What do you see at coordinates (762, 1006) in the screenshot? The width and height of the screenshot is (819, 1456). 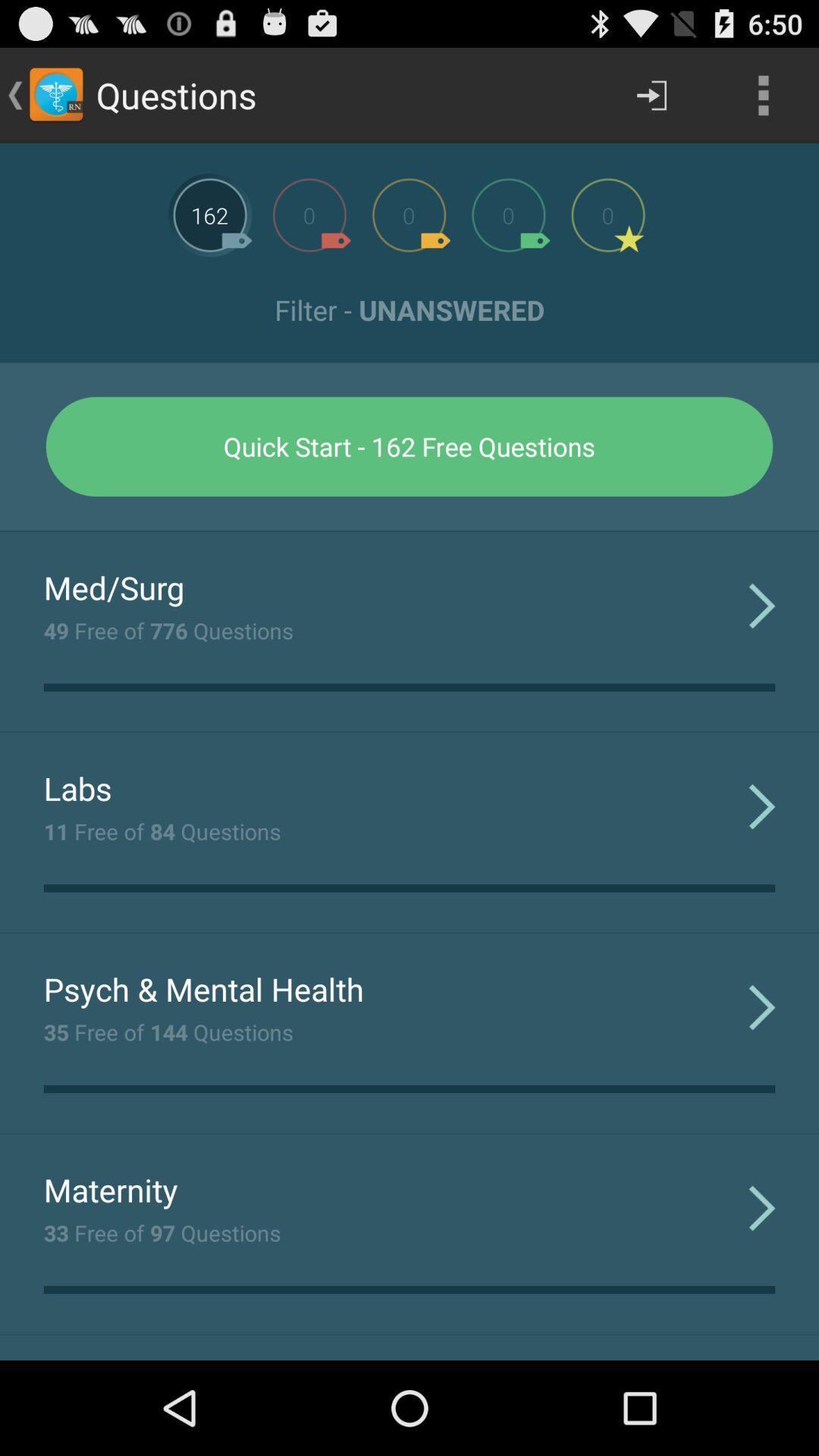 I see `item to the right of psych & mental health` at bounding box center [762, 1006].